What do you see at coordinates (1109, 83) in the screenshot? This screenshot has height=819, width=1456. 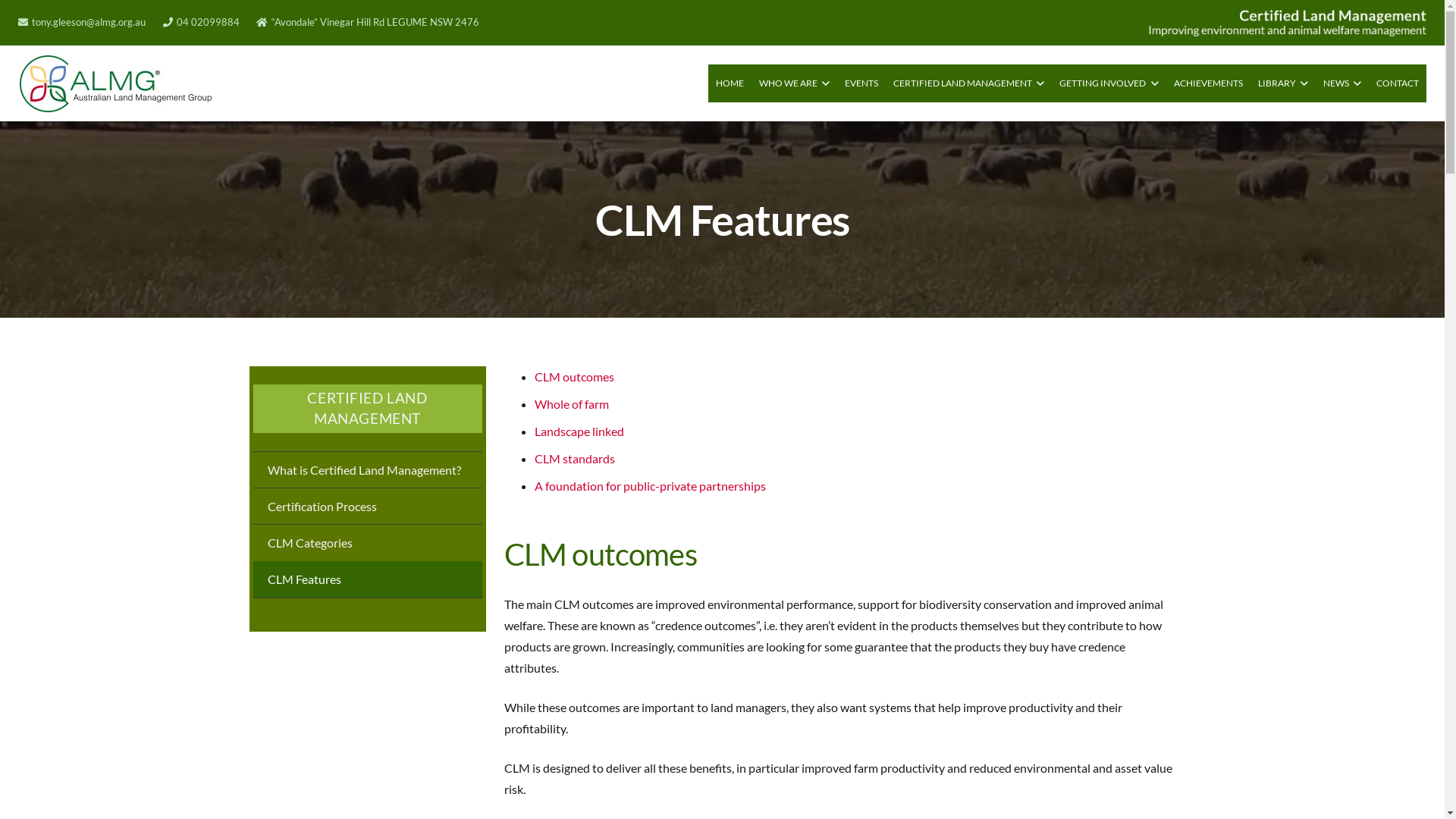 I see `'GETTING INVOLVED'` at bounding box center [1109, 83].